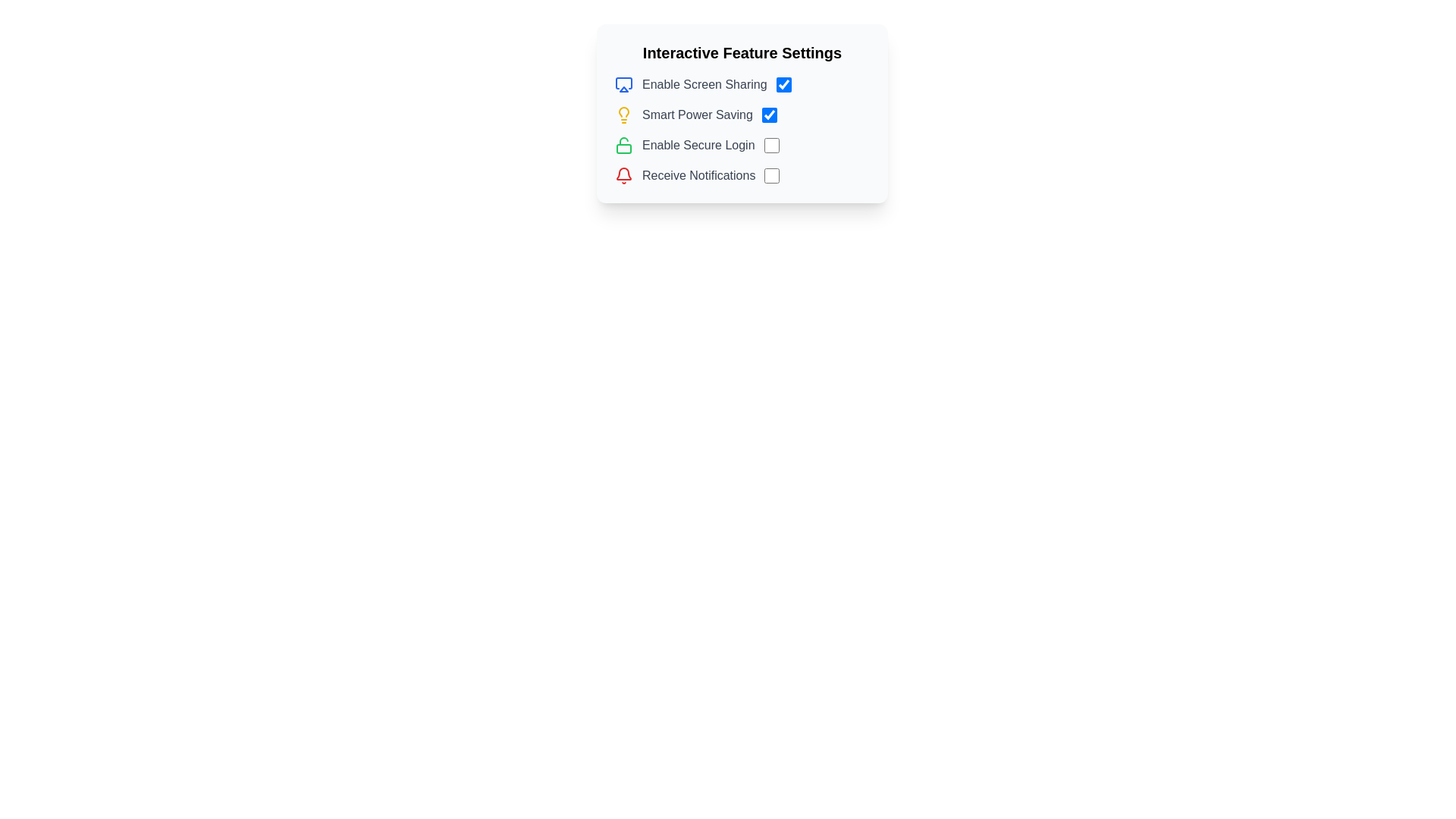 The width and height of the screenshot is (1456, 819). I want to click on the left portion of the lightbulb graphic which enhances the icon's filament representation in the 'Smart Power Saving' section, so click(623, 111).